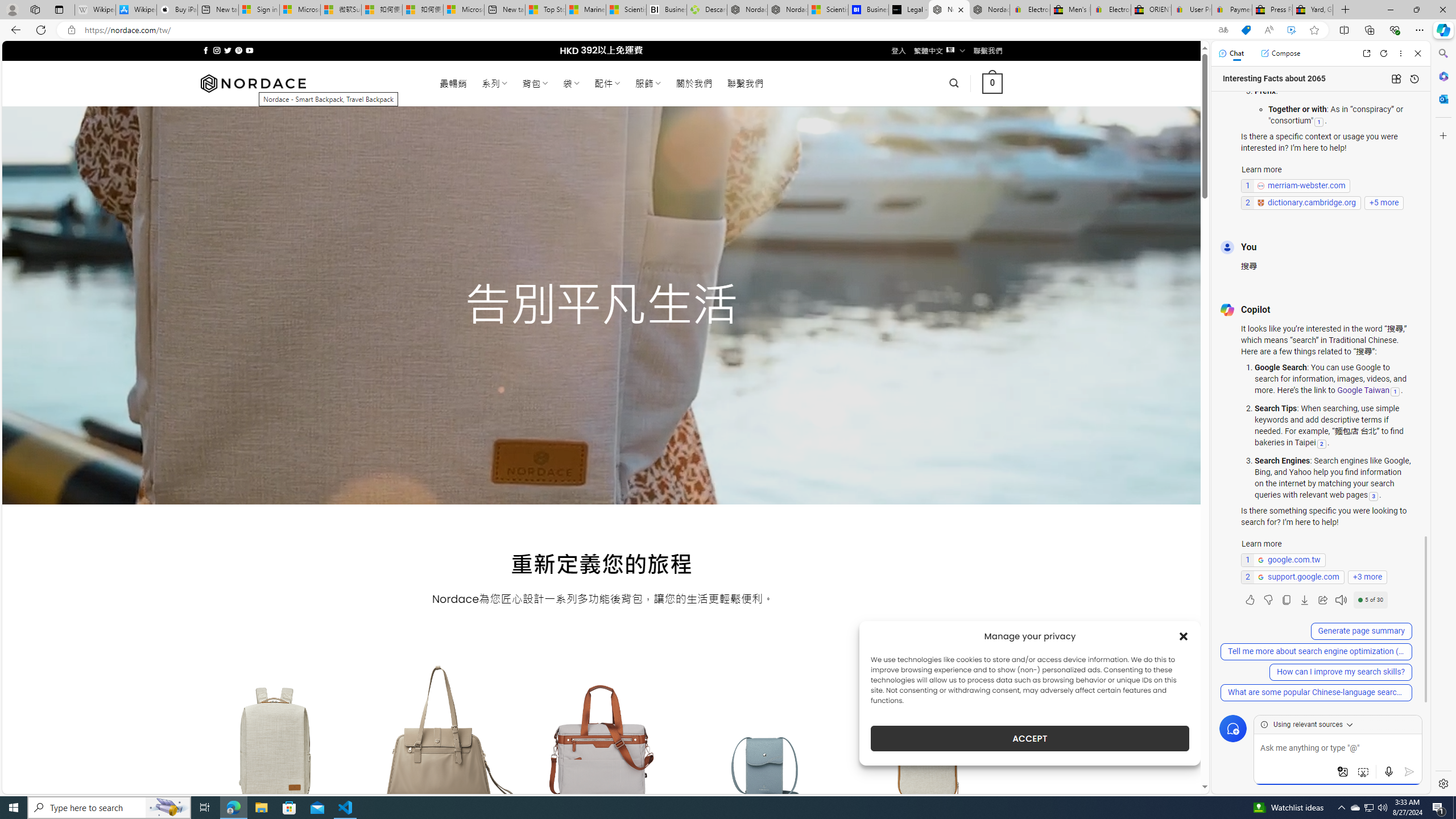  What do you see at coordinates (992, 82) in the screenshot?
I see `' 0 '` at bounding box center [992, 82].